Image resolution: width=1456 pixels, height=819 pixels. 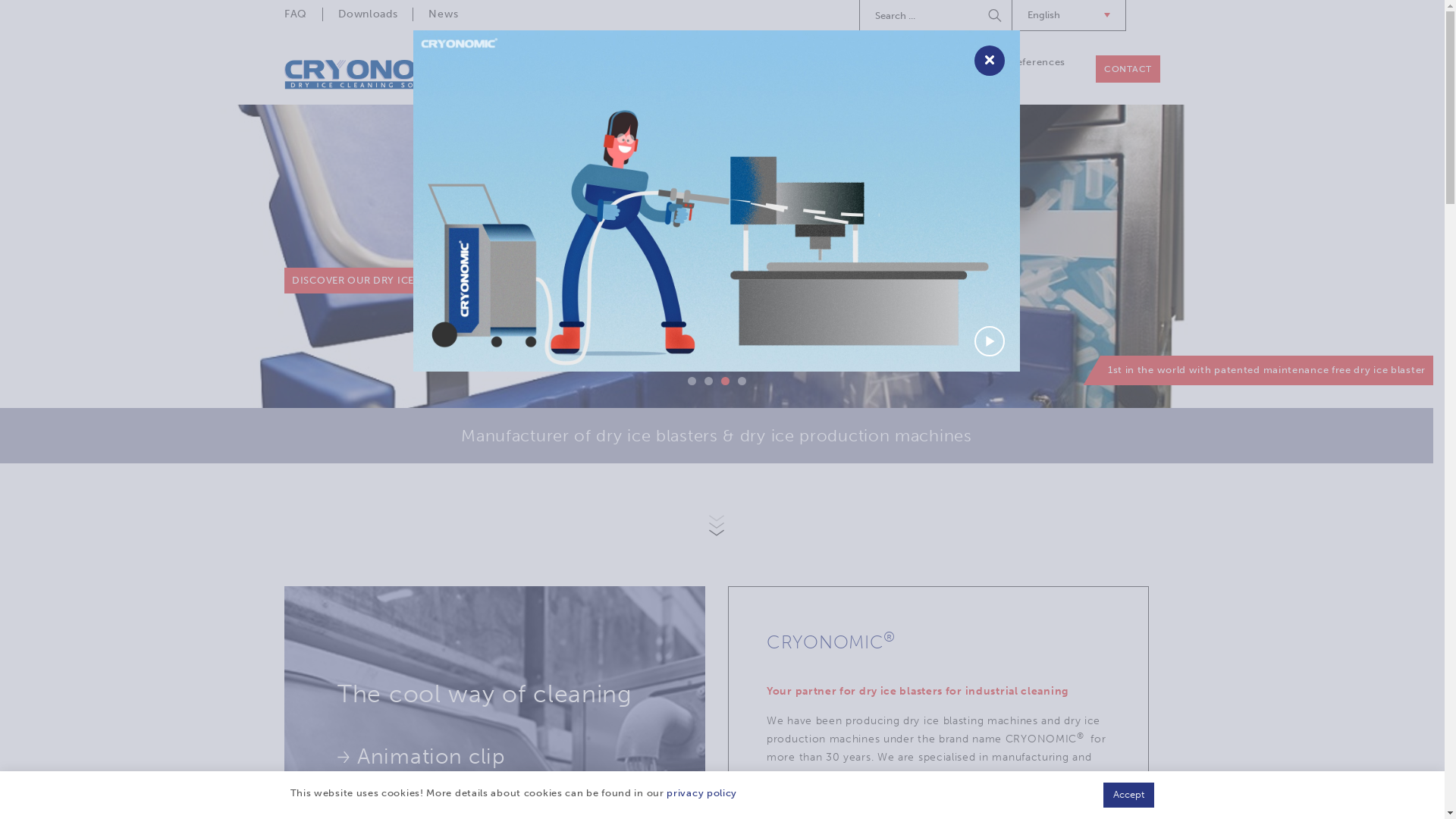 What do you see at coordinates (701, 792) in the screenshot?
I see `'privacy policy'` at bounding box center [701, 792].